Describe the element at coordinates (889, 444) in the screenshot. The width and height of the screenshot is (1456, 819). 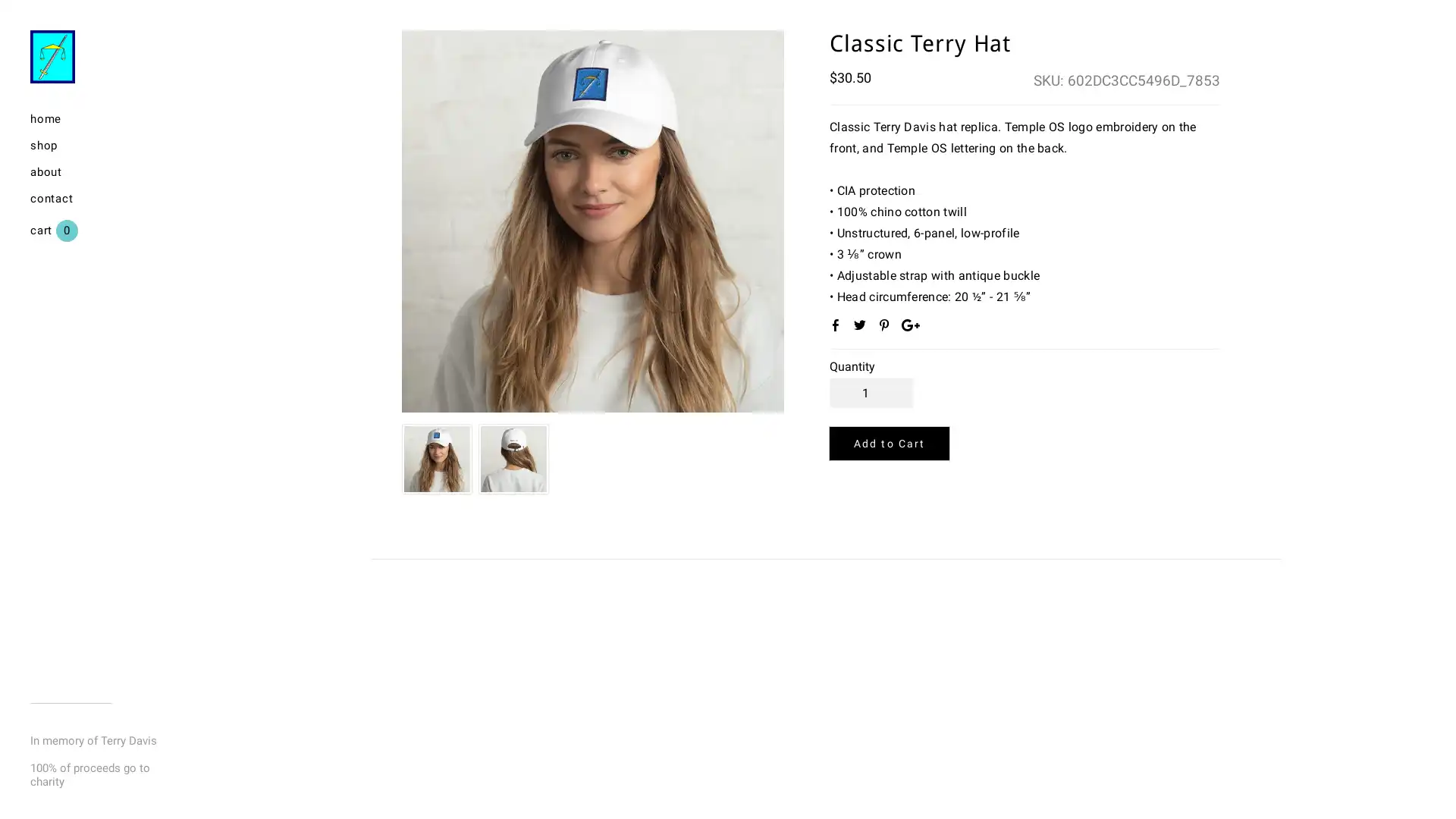
I see `Add to Cart` at that location.